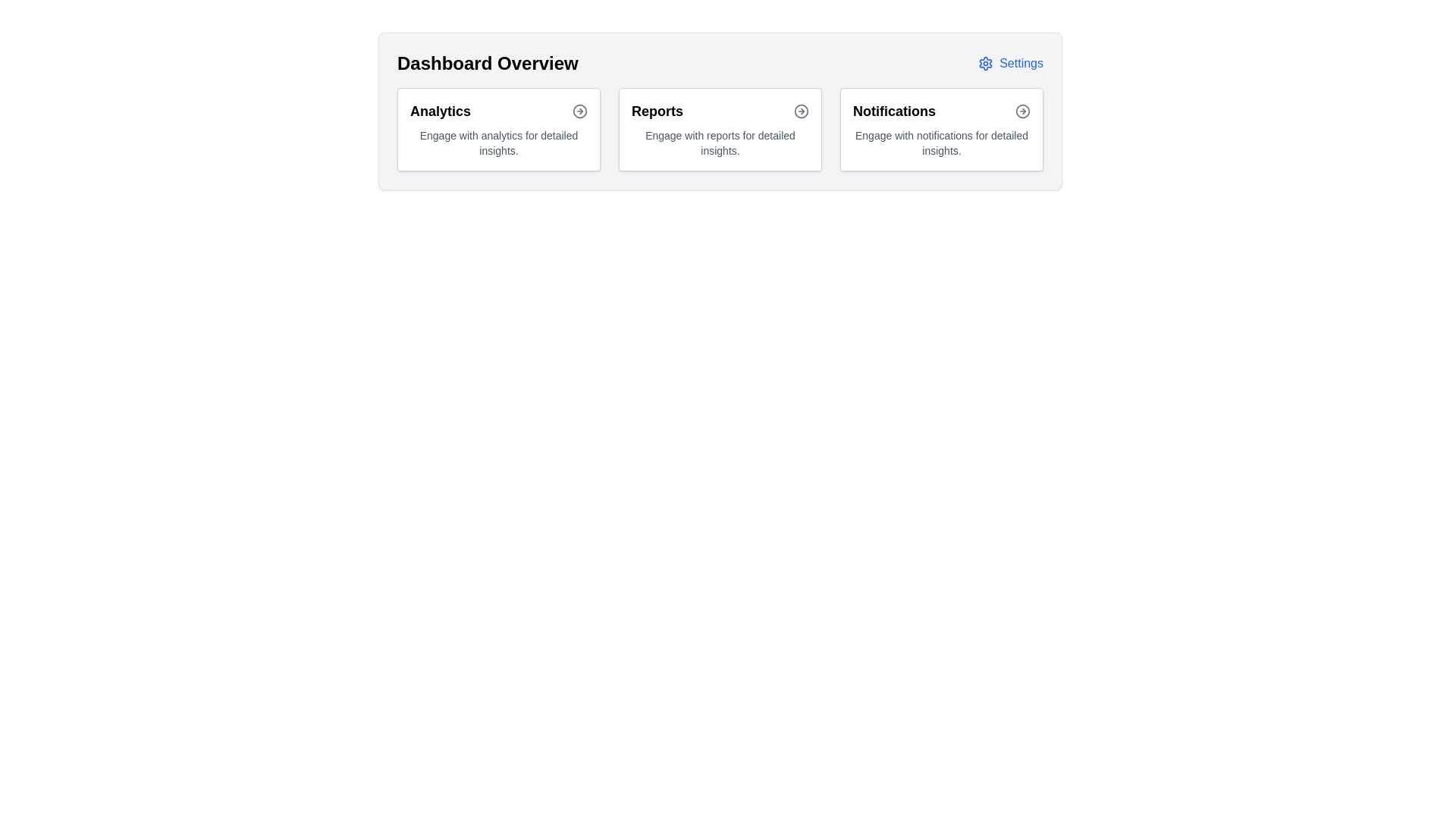 Image resolution: width=1456 pixels, height=819 pixels. Describe the element at coordinates (894, 110) in the screenshot. I see `the 'Notifications' text label, which is prominently displayed in bold black typeface and capitalized, located within a card-like component to the right of 'Analytics' and 'Reports'` at that location.